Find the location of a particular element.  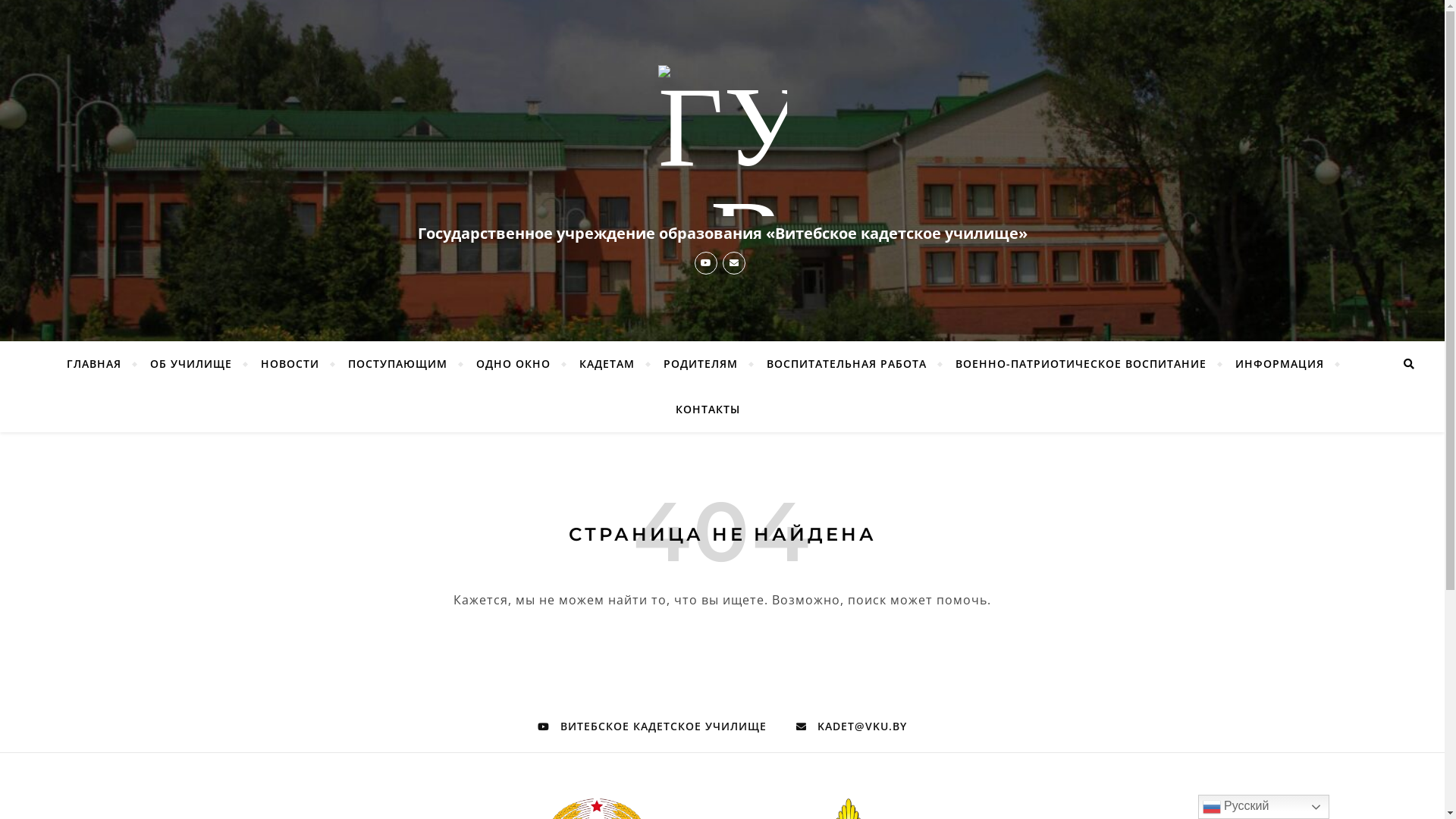

'KADET@VKU.BY' is located at coordinates (795, 725).